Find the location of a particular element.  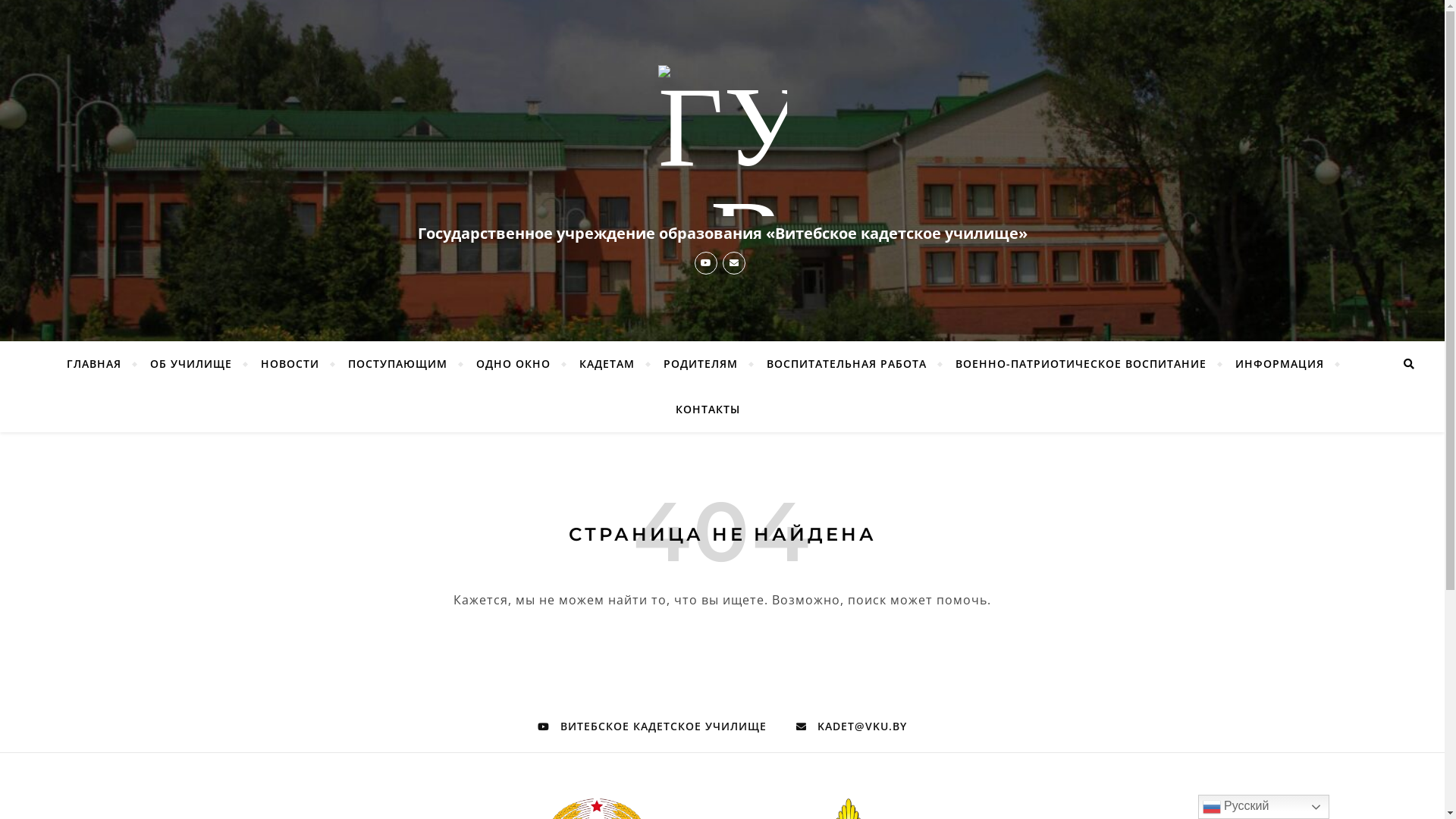

'KADET@VKU.BY' is located at coordinates (795, 725).